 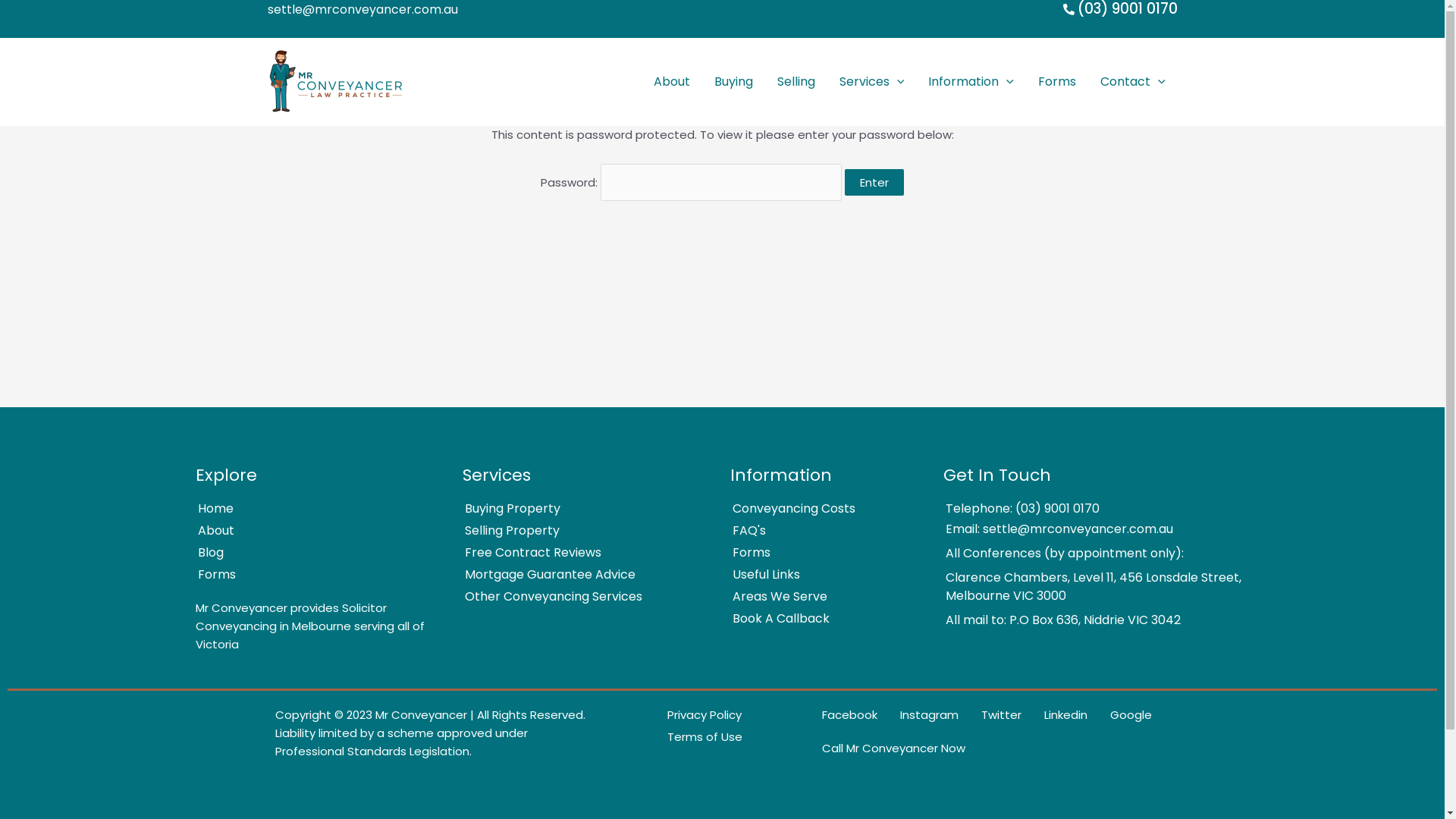 I want to click on 'Information', so click(x=971, y=82).